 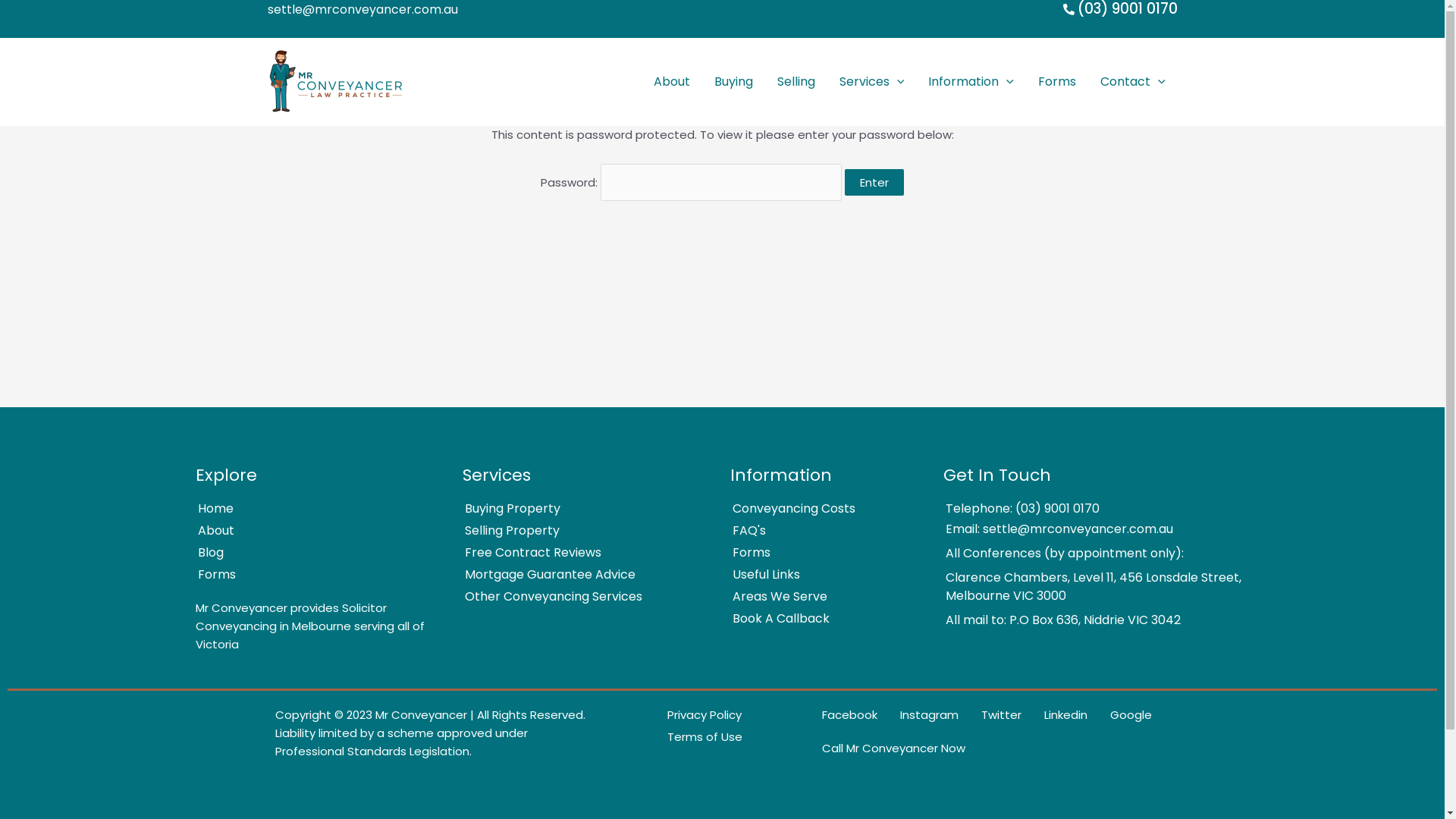 I want to click on 'Information', so click(x=971, y=82).